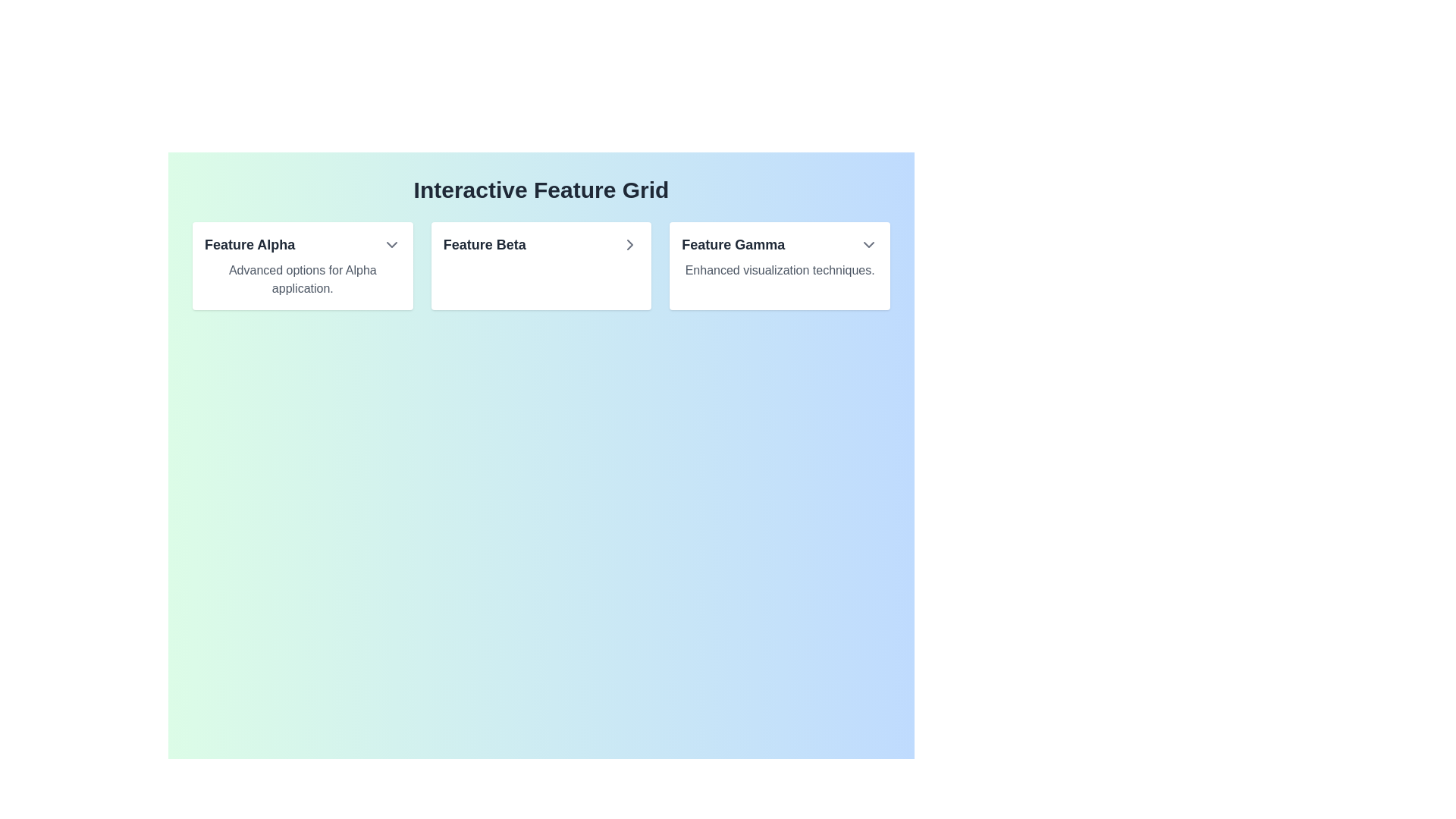 This screenshot has width=1456, height=819. Describe the element at coordinates (733, 244) in the screenshot. I see `the text element displaying 'Feature Gamma', which is bold and larger-than-normal, located in the third feature card of the horizontal alignment` at that location.